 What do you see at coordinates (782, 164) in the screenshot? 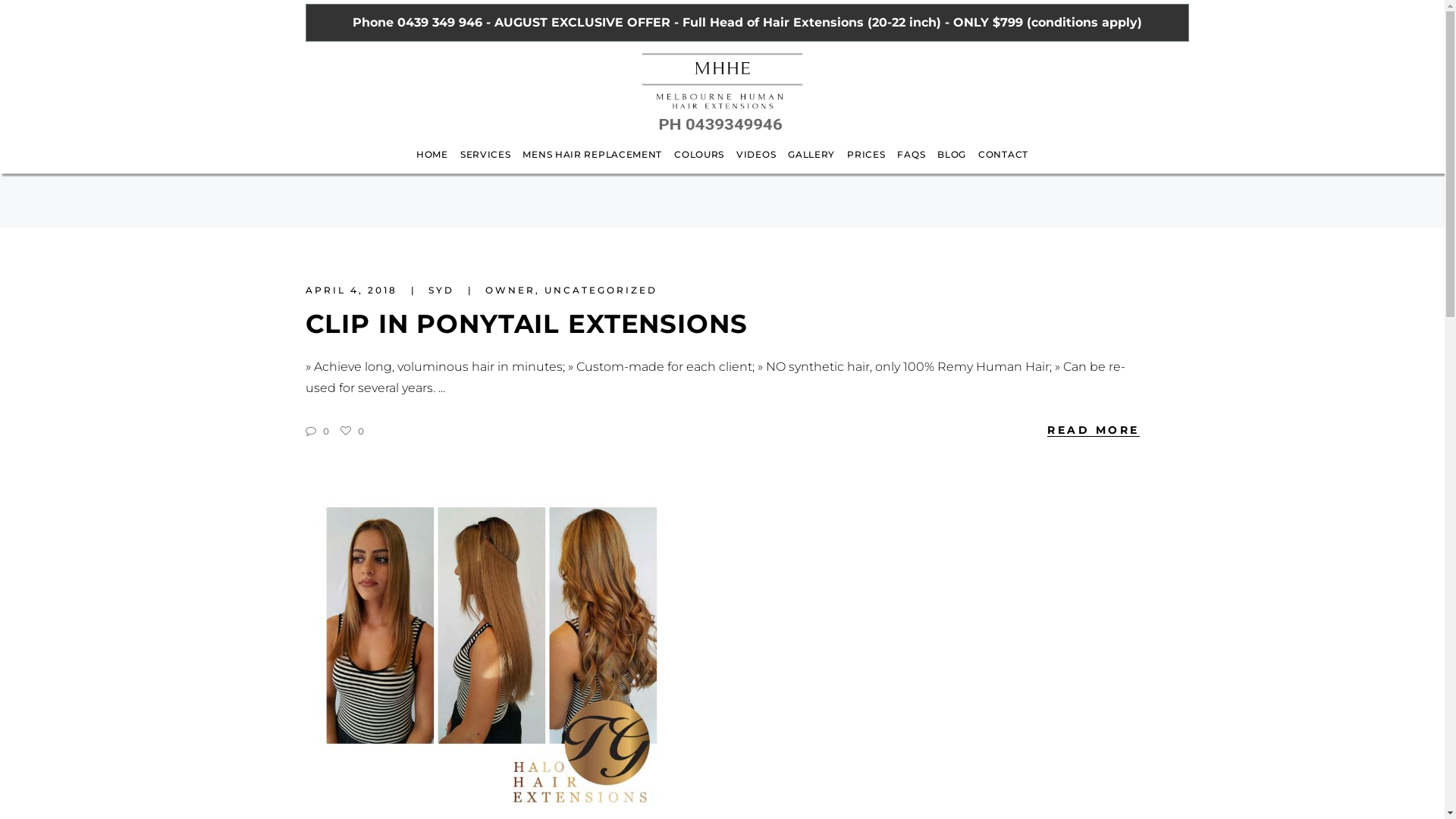
I see `'GALLERY'` at bounding box center [782, 164].